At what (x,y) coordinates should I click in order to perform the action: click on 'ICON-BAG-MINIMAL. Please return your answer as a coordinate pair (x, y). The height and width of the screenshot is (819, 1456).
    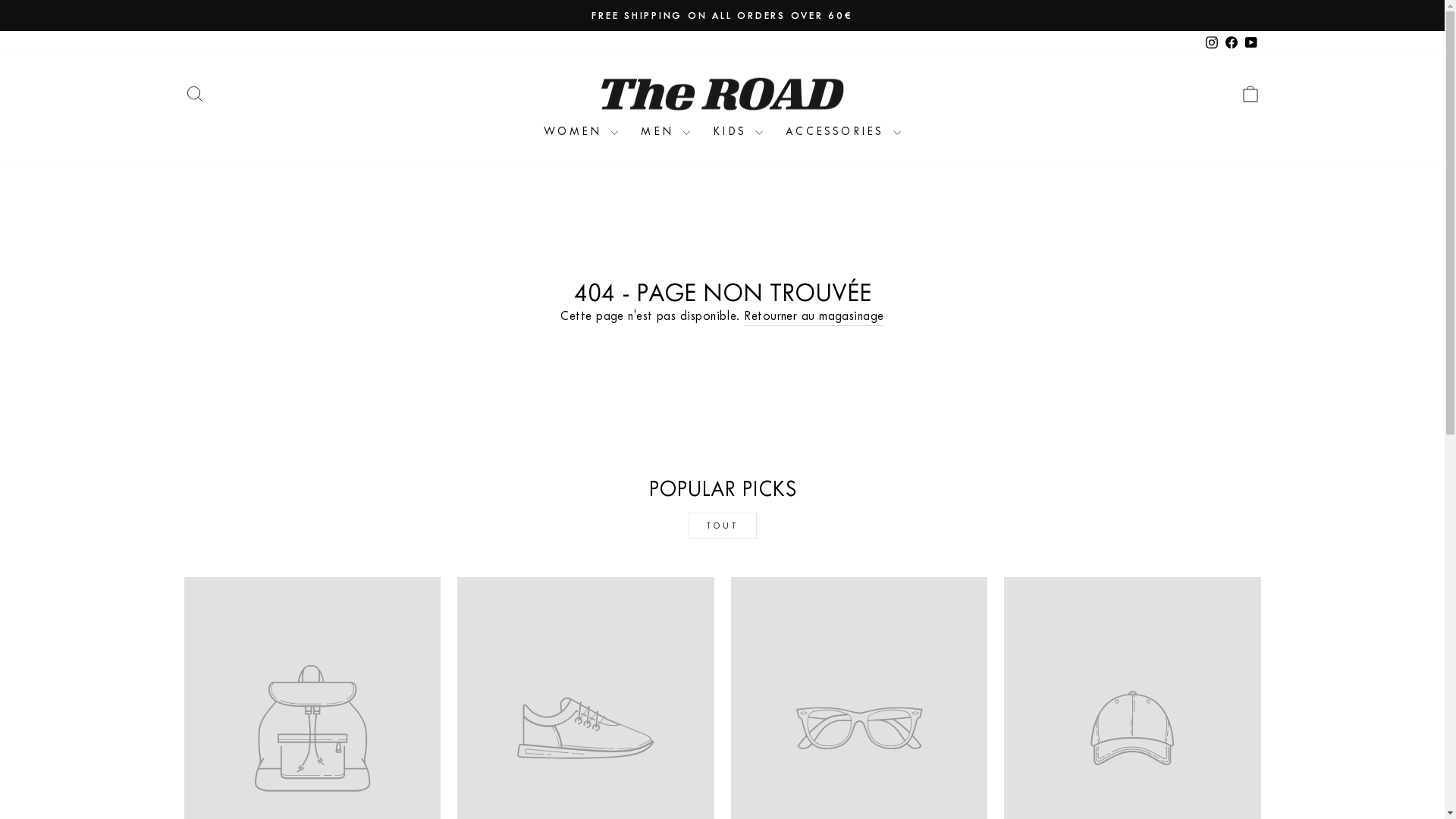
    Looking at the image, I should click on (1230, 94).